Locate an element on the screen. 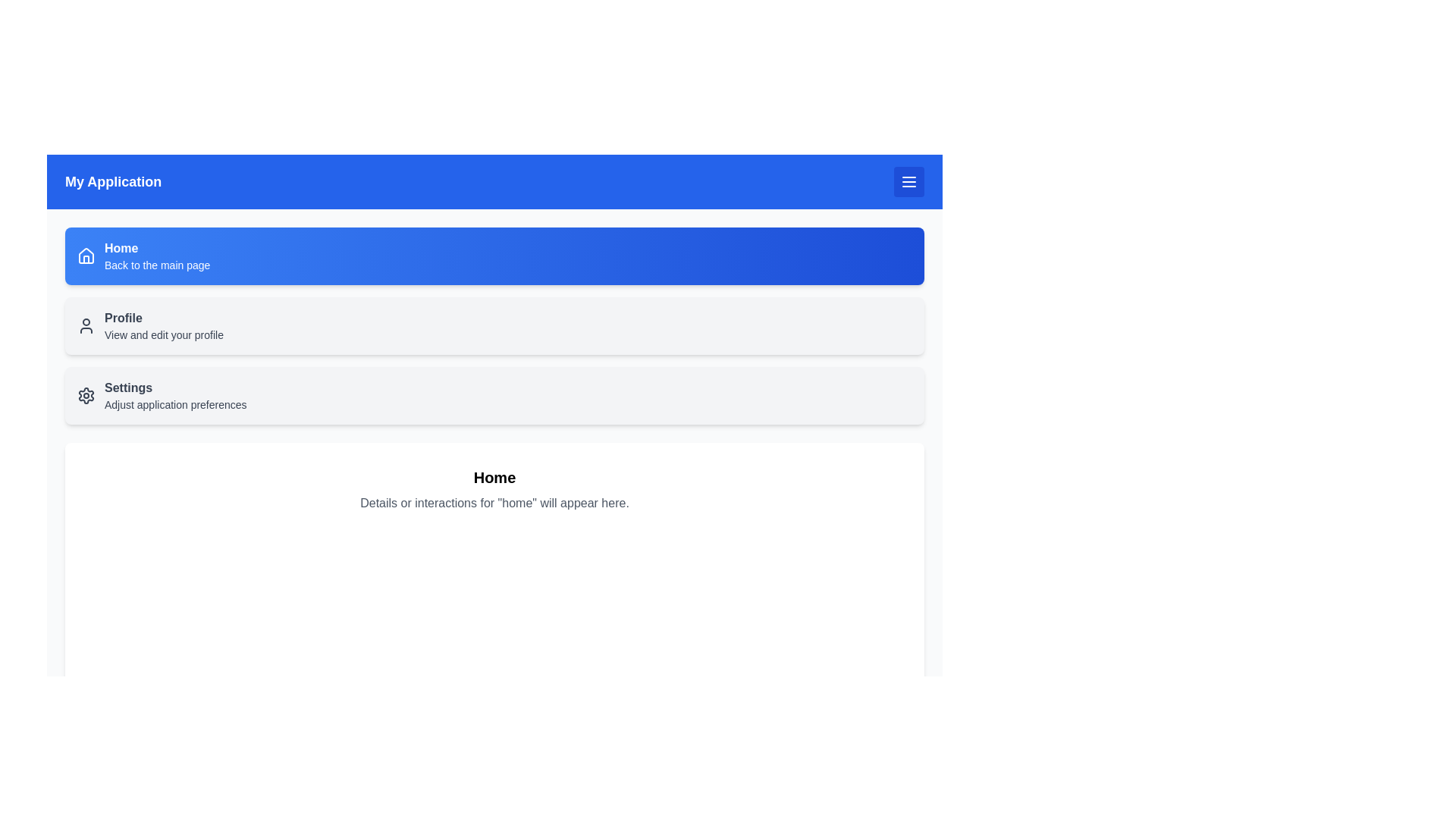 The height and width of the screenshot is (819, 1456). the gear icon representing the settings menu, which visually indicates the option to adjust system or application configurations is located at coordinates (86, 394).